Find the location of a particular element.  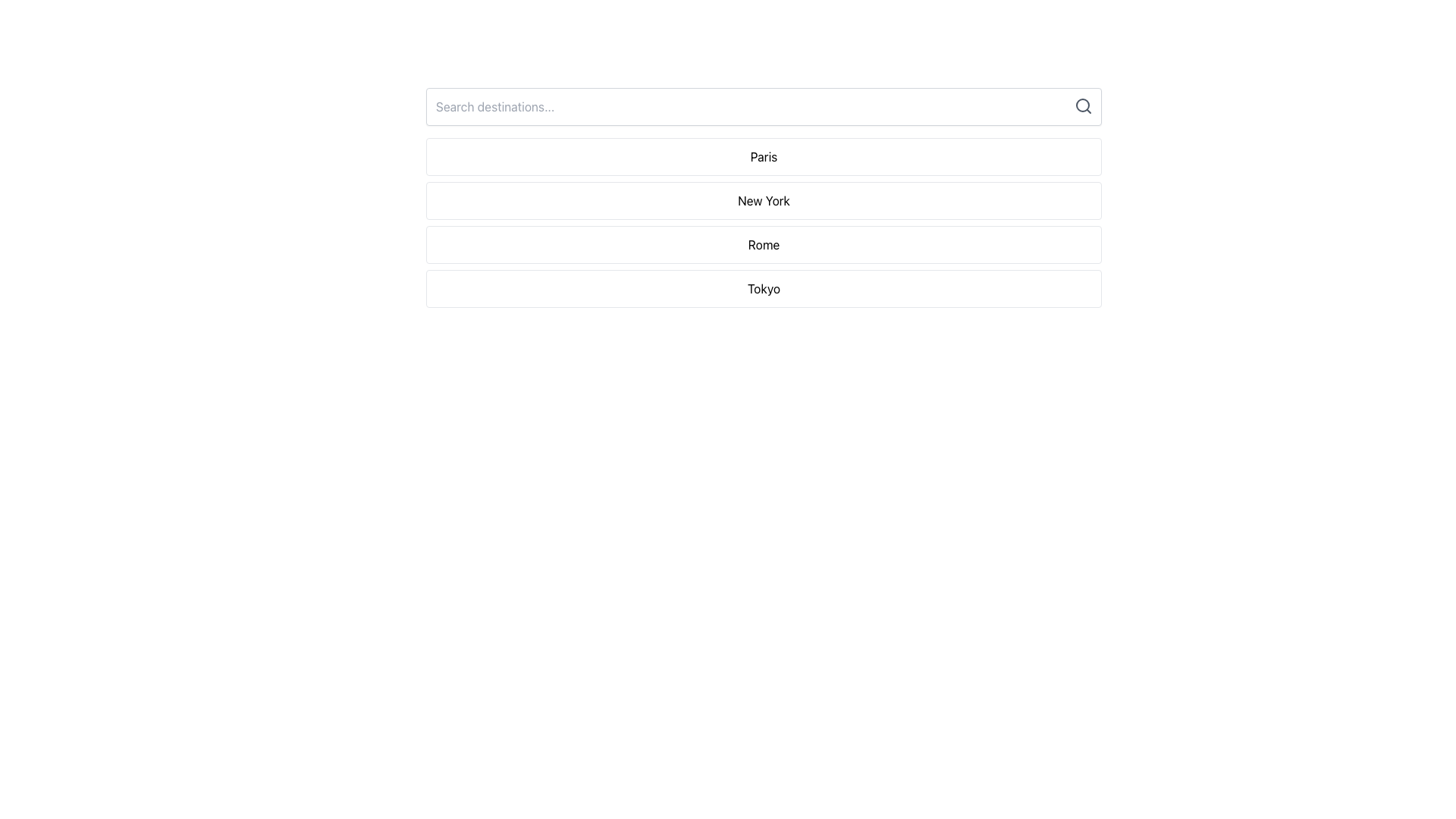

the placeholder text in the search input field located at the top of the vertically arranged section of elements, to replace it with a new query is located at coordinates (764, 106).